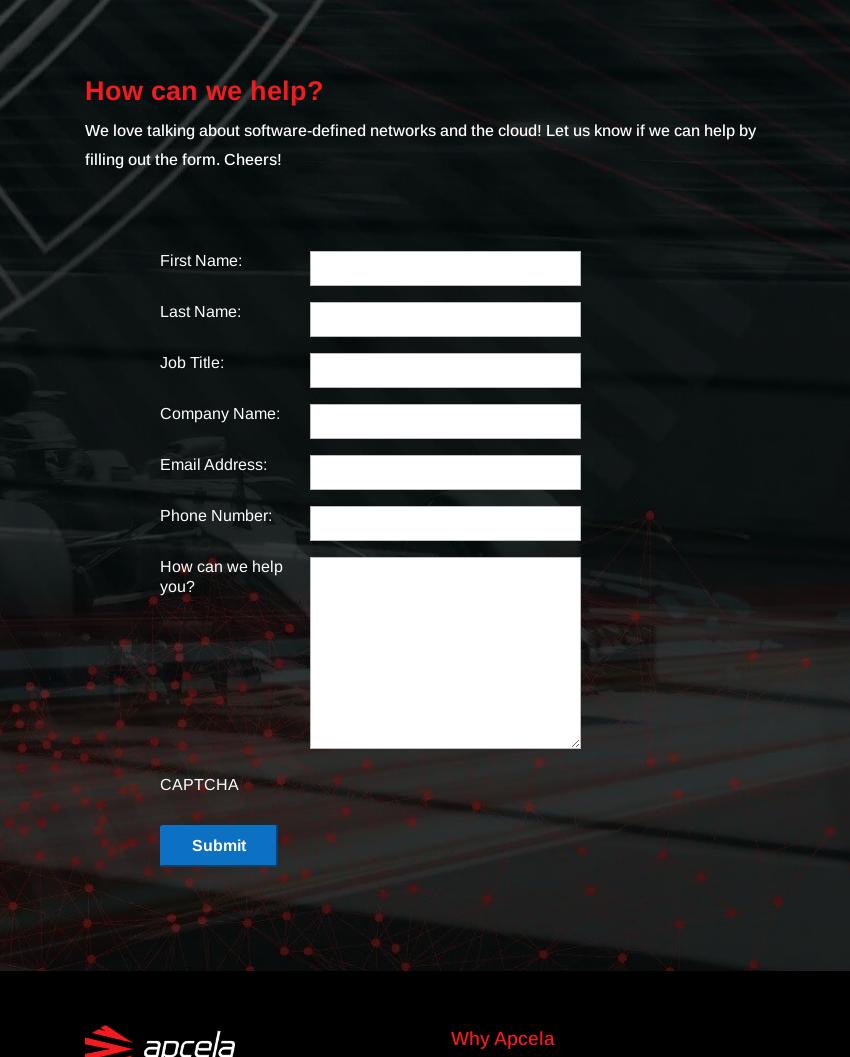 The image size is (850, 1057). I want to click on 'First Name:', so click(200, 259).